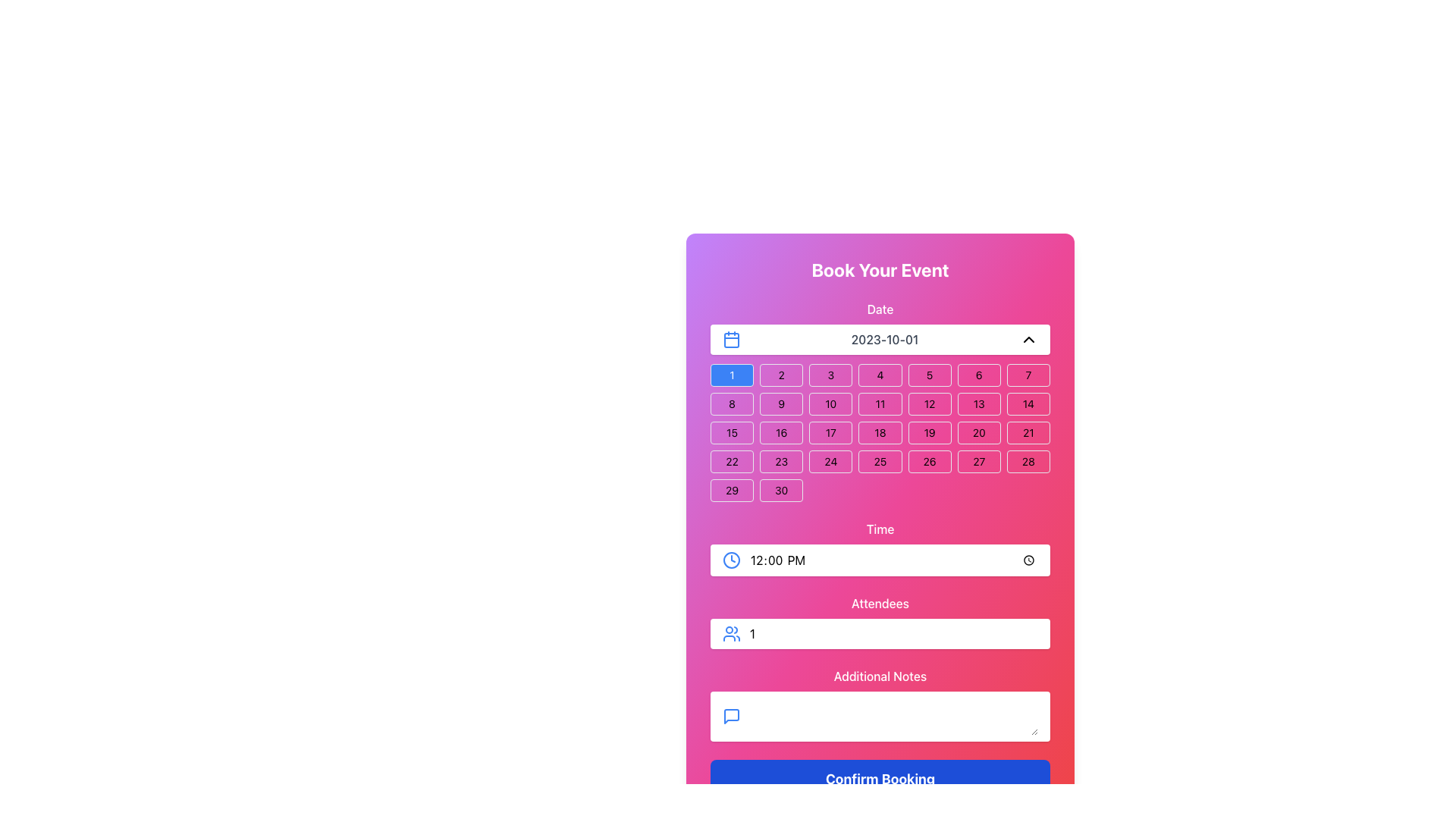 Image resolution: width=1456 pixels, height=819 pixels. What do you see at coordinates (979, 403) in the screenshot?
I see `the button displaying '13' in the center of the calendar grid` at bounding box center [979, 403].